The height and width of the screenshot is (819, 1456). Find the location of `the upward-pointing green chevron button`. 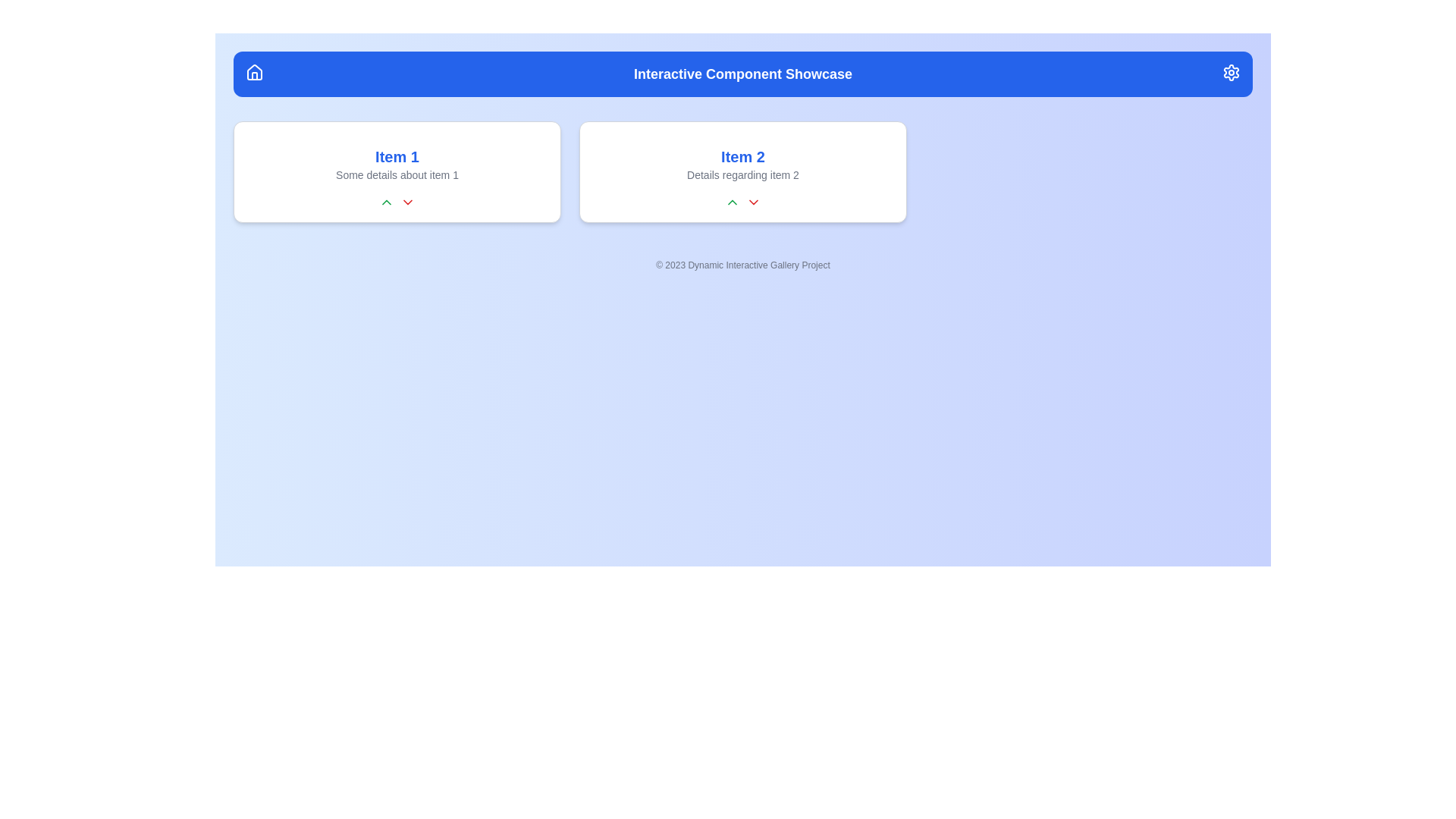

the upward-pointing green chevron button is located at coordinates (742, 201).